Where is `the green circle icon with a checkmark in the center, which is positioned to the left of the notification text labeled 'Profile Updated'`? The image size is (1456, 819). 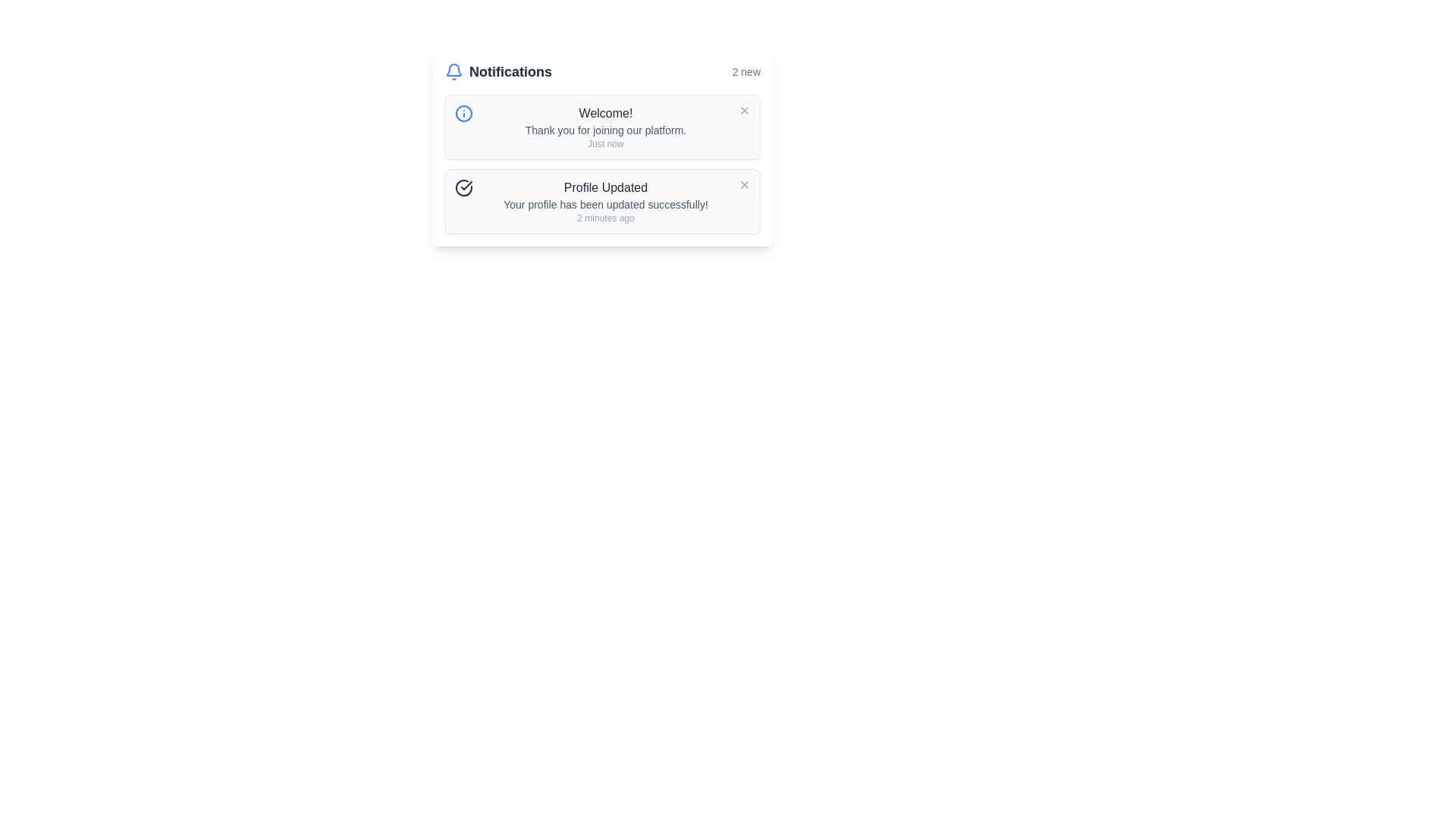
the green circle icon with a checkmark in the center, which is positioned to the left of the notification text labeled 'Profile Updated' is located at coordinates (463, 187).